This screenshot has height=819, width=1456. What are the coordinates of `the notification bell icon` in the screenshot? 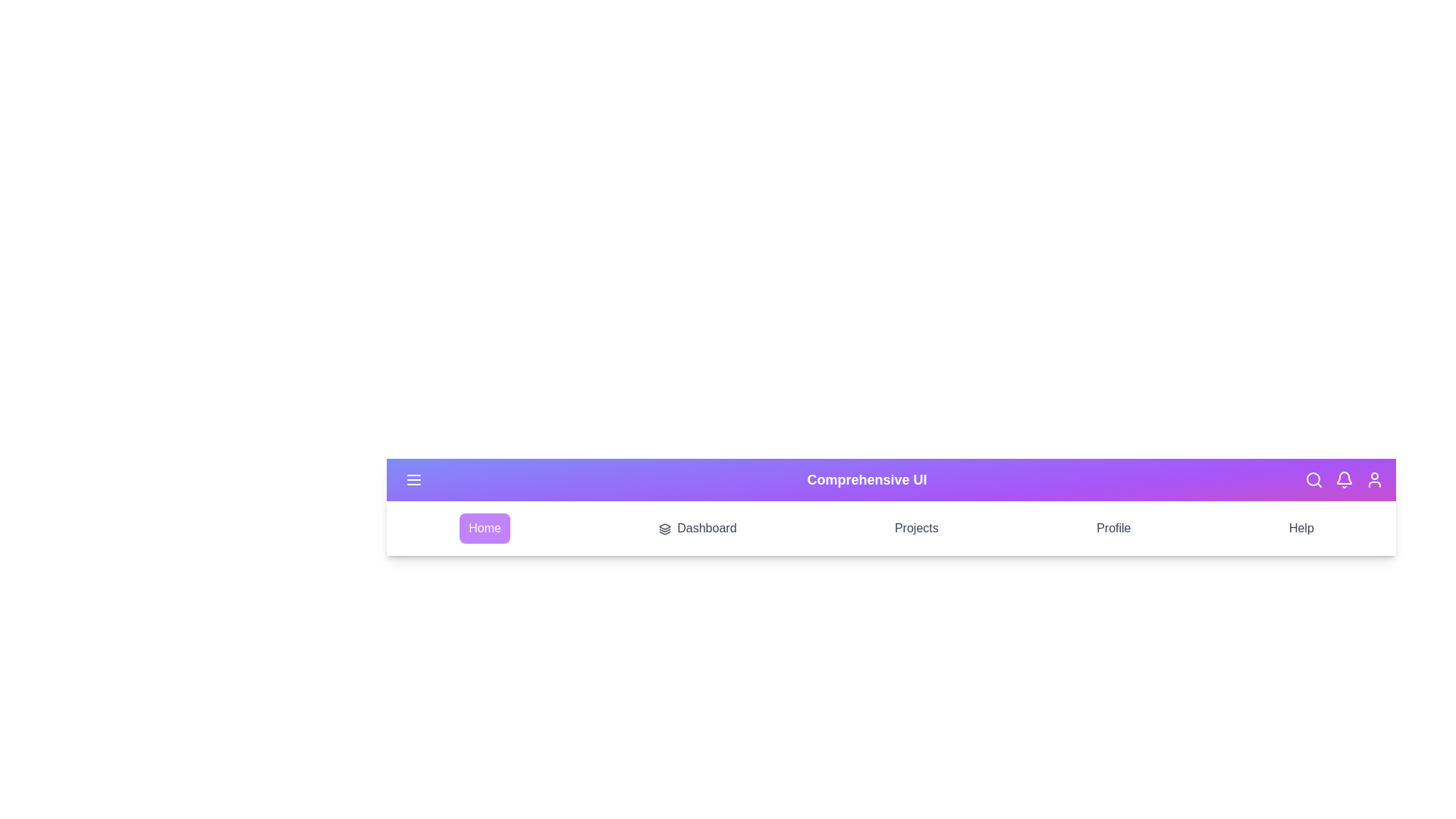 It's located at (1344, 479).